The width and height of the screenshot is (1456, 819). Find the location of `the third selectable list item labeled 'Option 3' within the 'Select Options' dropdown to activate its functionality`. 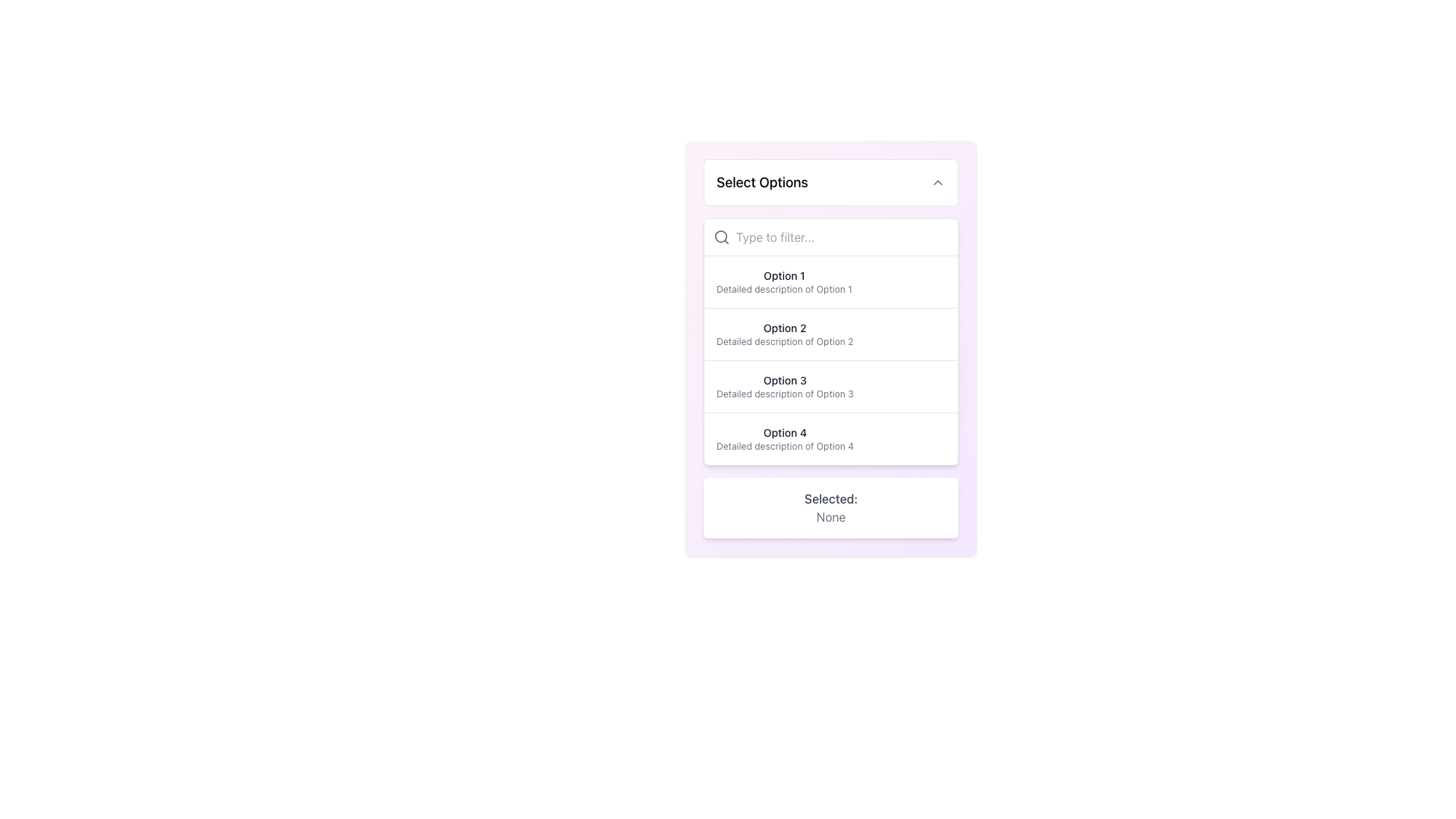

the third selectable list item labeled 'Option 3' within the 'Select Options' dropdown to activate its functionality is located at coordinates (830, 385).